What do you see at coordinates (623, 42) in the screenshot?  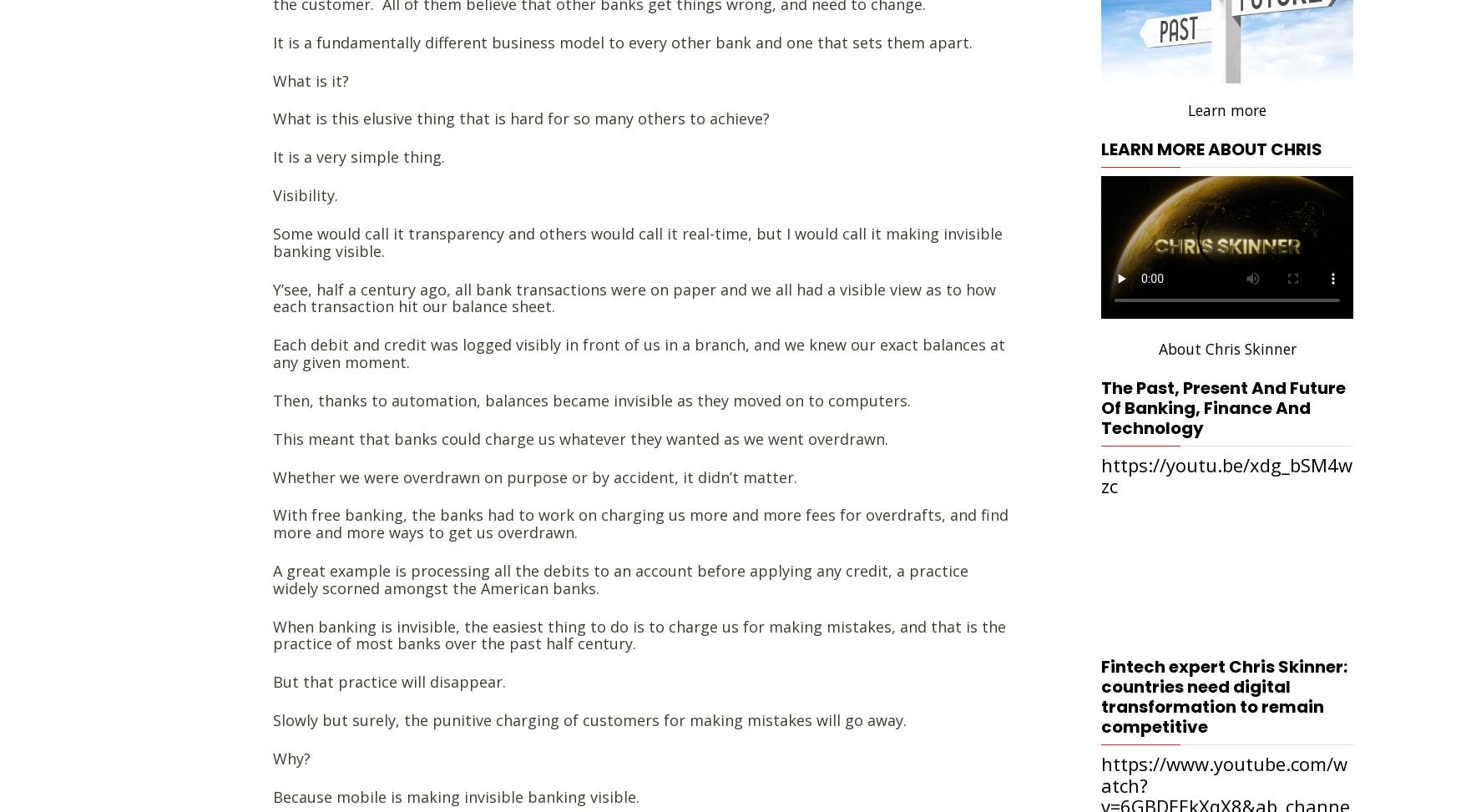 I see `'It is a fundamentally different business model to every other bank and one that sets them apart.'` at bounding box center [623, 42].